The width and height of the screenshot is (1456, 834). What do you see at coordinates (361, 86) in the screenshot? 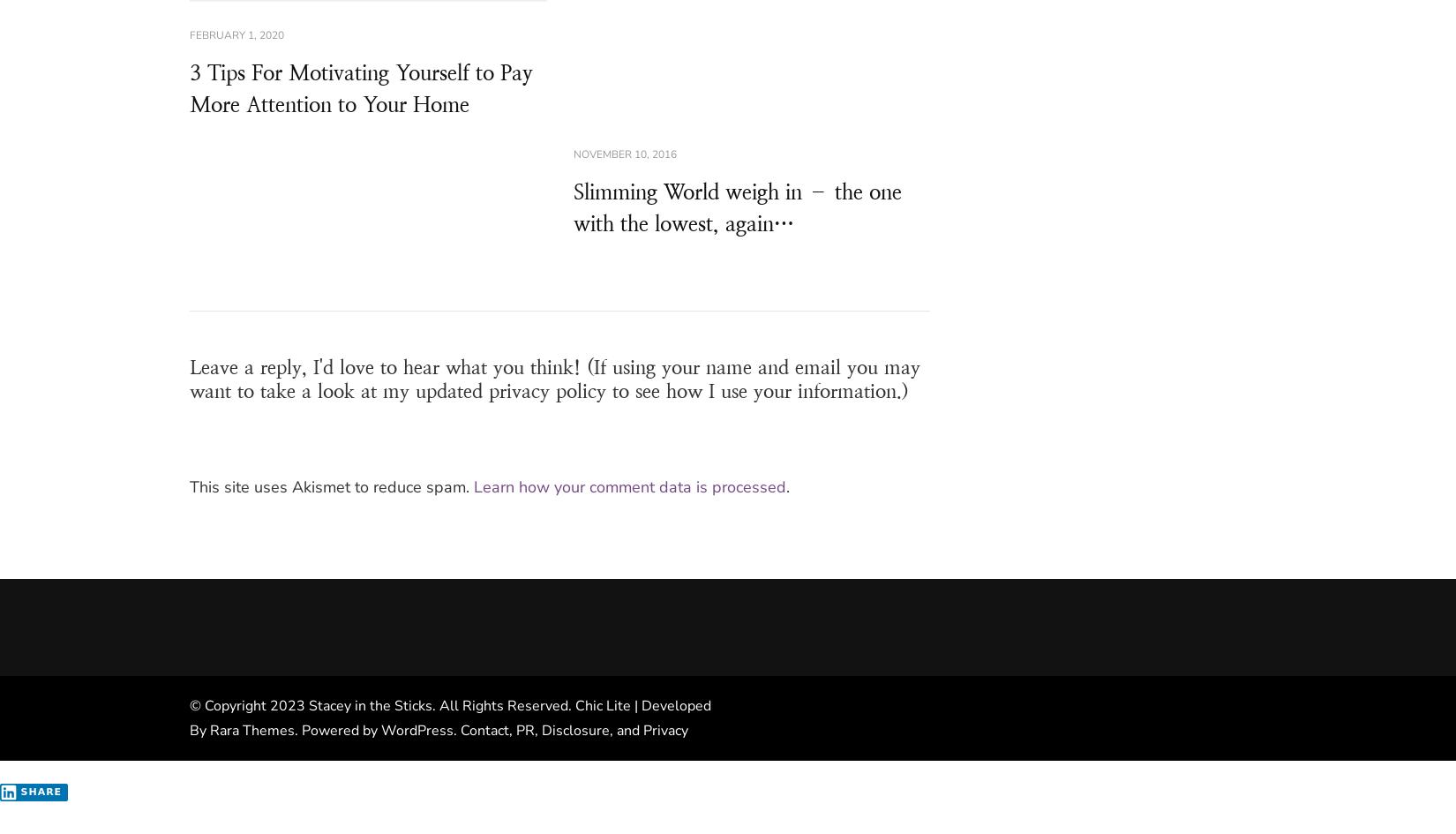
I see `'3 Tips For Motivating Yourself to Pay More Attention to Your Home'` at bounding box center [361, 86].